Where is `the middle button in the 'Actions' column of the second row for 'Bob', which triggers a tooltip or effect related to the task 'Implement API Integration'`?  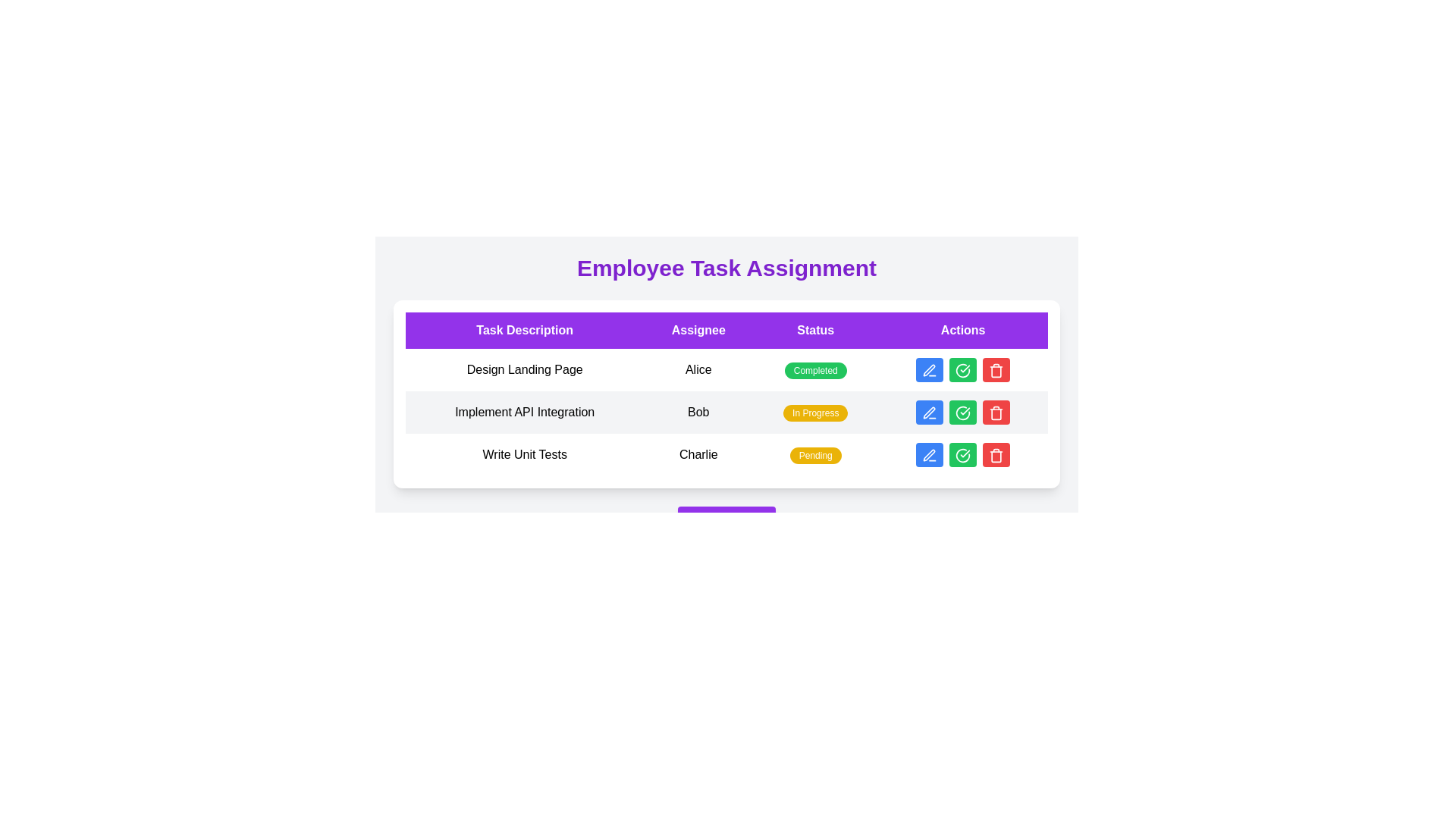
the middle button in the 'Actions' column of the second row for 'Bob', which triggers a tooltip or effect related to the task 'Implement API Integration' is located at coordinates (962, 412).